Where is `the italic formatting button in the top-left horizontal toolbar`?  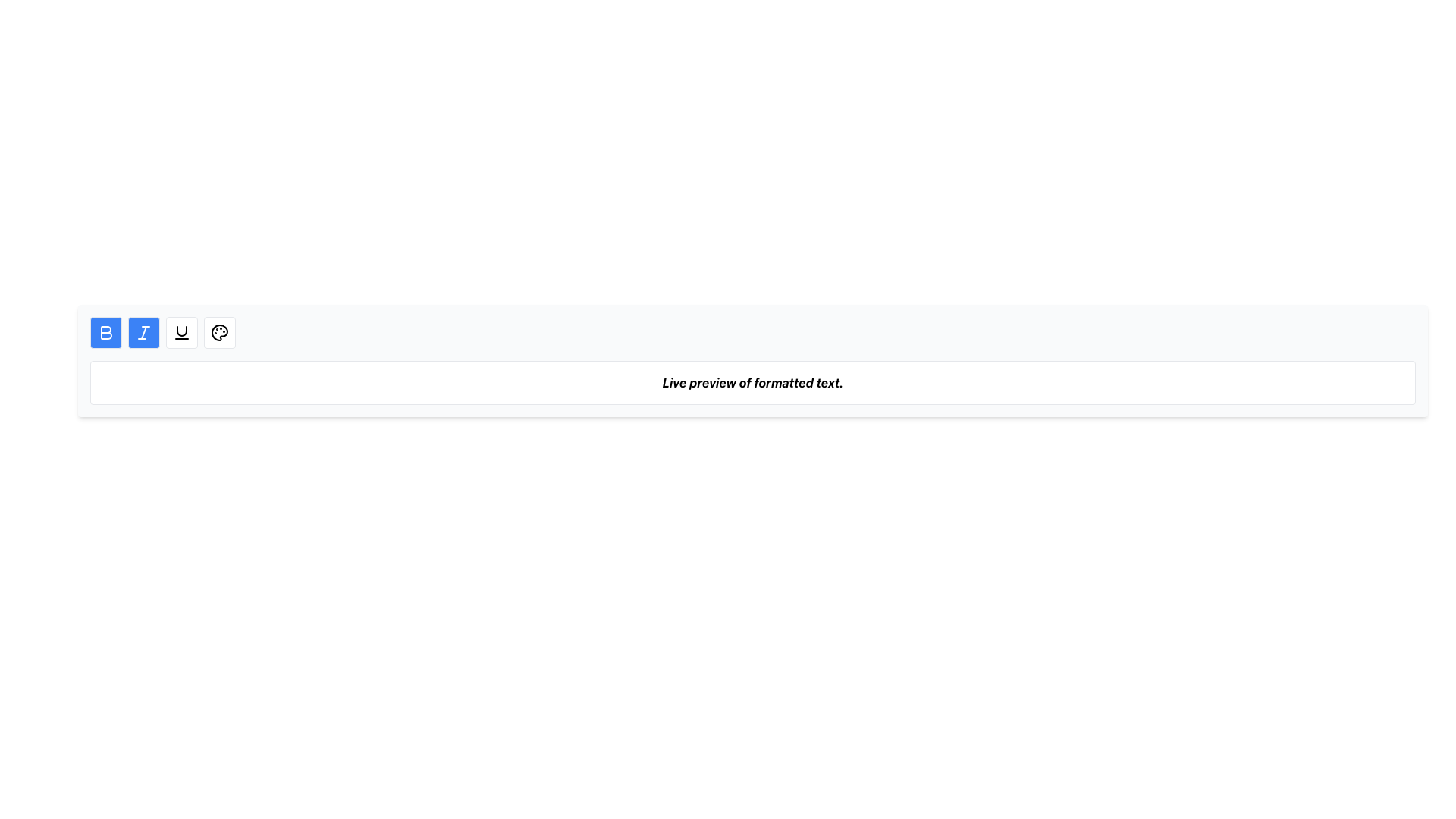 the italic formatting button in the top-left horizontal toolbar is located at coordinates (144, 332).